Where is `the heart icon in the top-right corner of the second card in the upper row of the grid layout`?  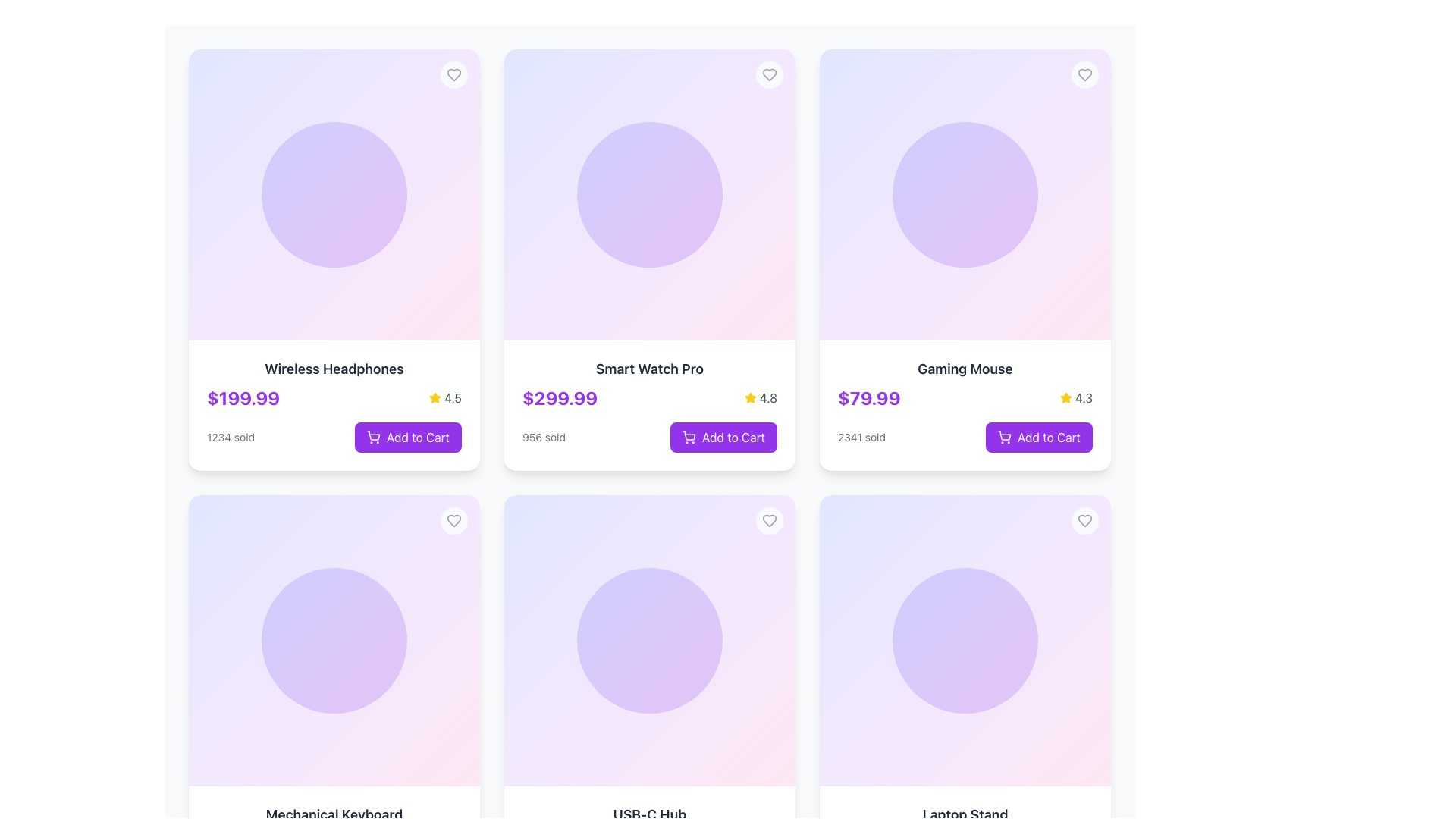
the heart icon in the top-right corner of the second card in the upper row of the grid layout is located at coordinates (453, 519).